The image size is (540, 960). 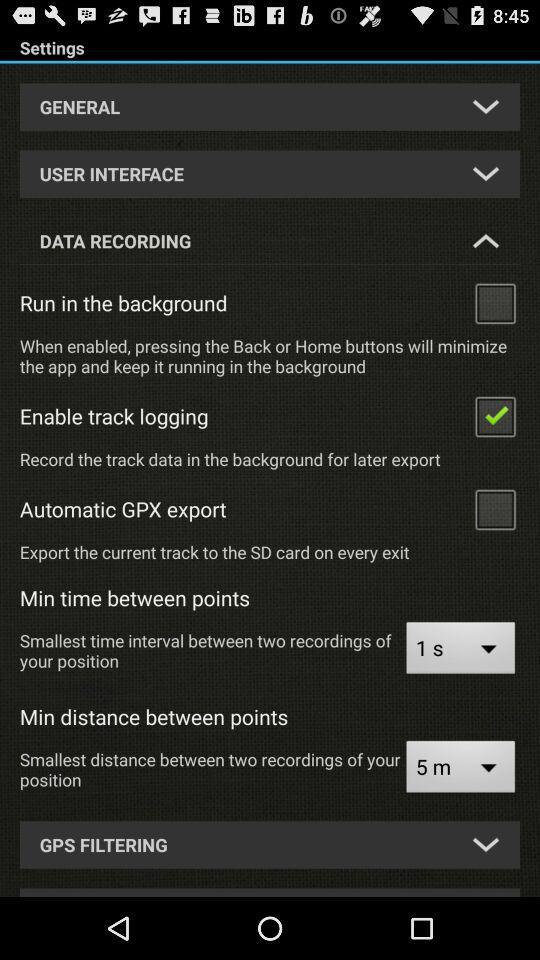 I want to click on the box right to automatic gpx export, so click(x=494, y=507).